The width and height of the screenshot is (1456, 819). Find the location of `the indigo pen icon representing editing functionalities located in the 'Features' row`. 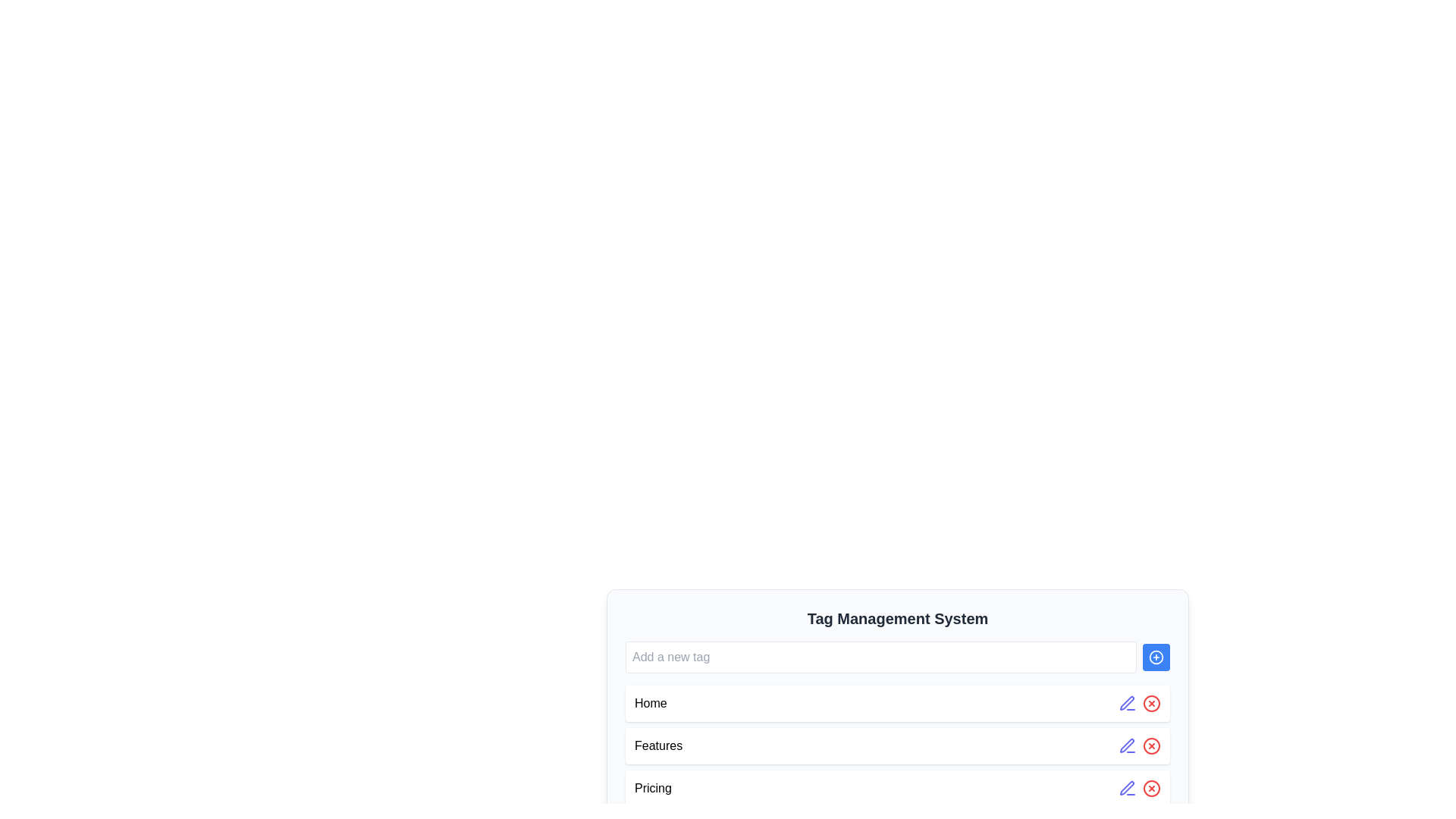

the indigo pen icon representing editing functionalities located in the 'Features' row is located at coordinates (1128, 788).